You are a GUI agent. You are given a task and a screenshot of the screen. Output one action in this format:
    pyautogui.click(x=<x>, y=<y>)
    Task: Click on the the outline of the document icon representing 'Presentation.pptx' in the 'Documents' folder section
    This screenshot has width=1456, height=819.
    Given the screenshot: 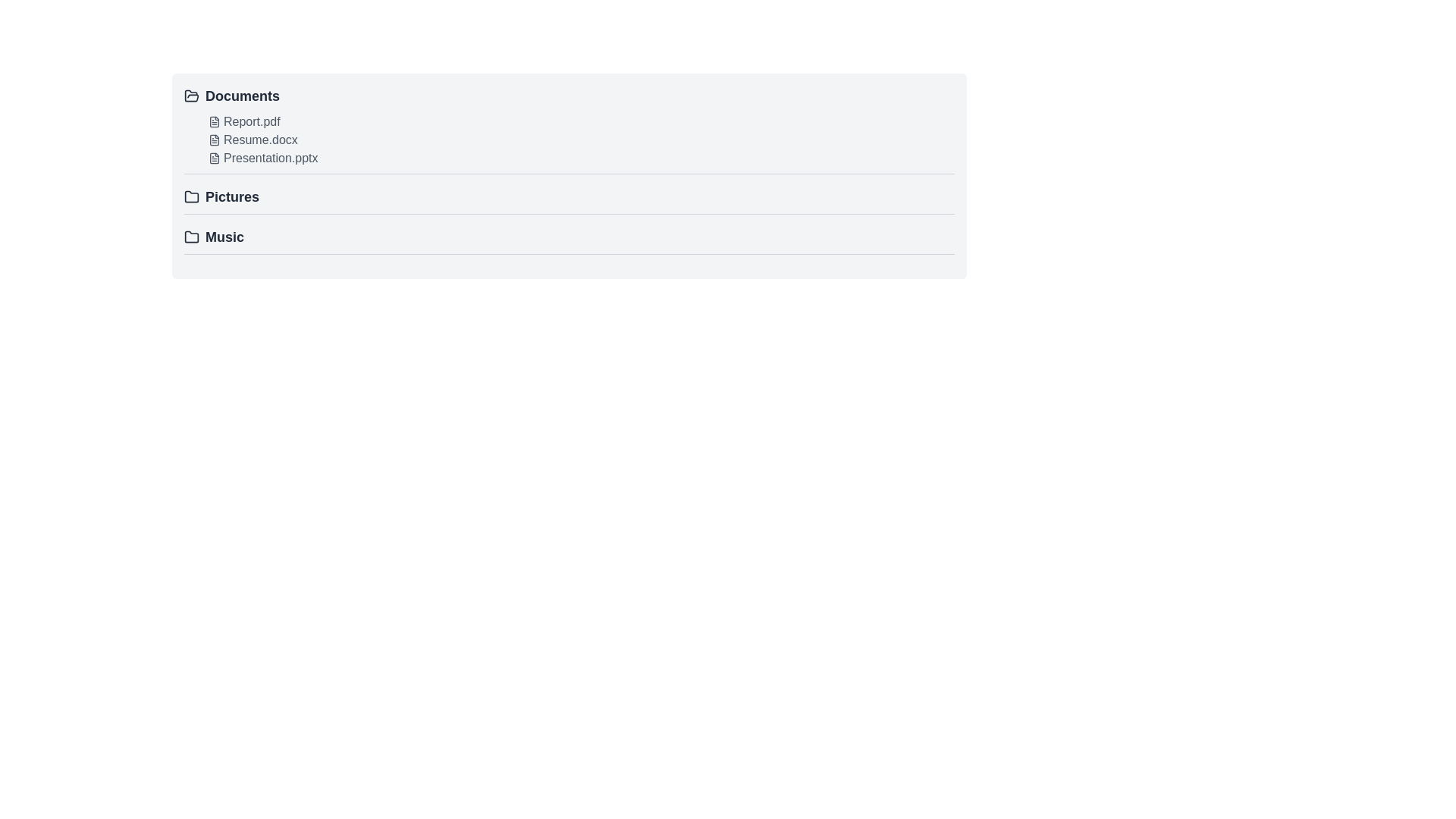 What is the action you would take?
    pyautogui.click(x=214, y=158)
    